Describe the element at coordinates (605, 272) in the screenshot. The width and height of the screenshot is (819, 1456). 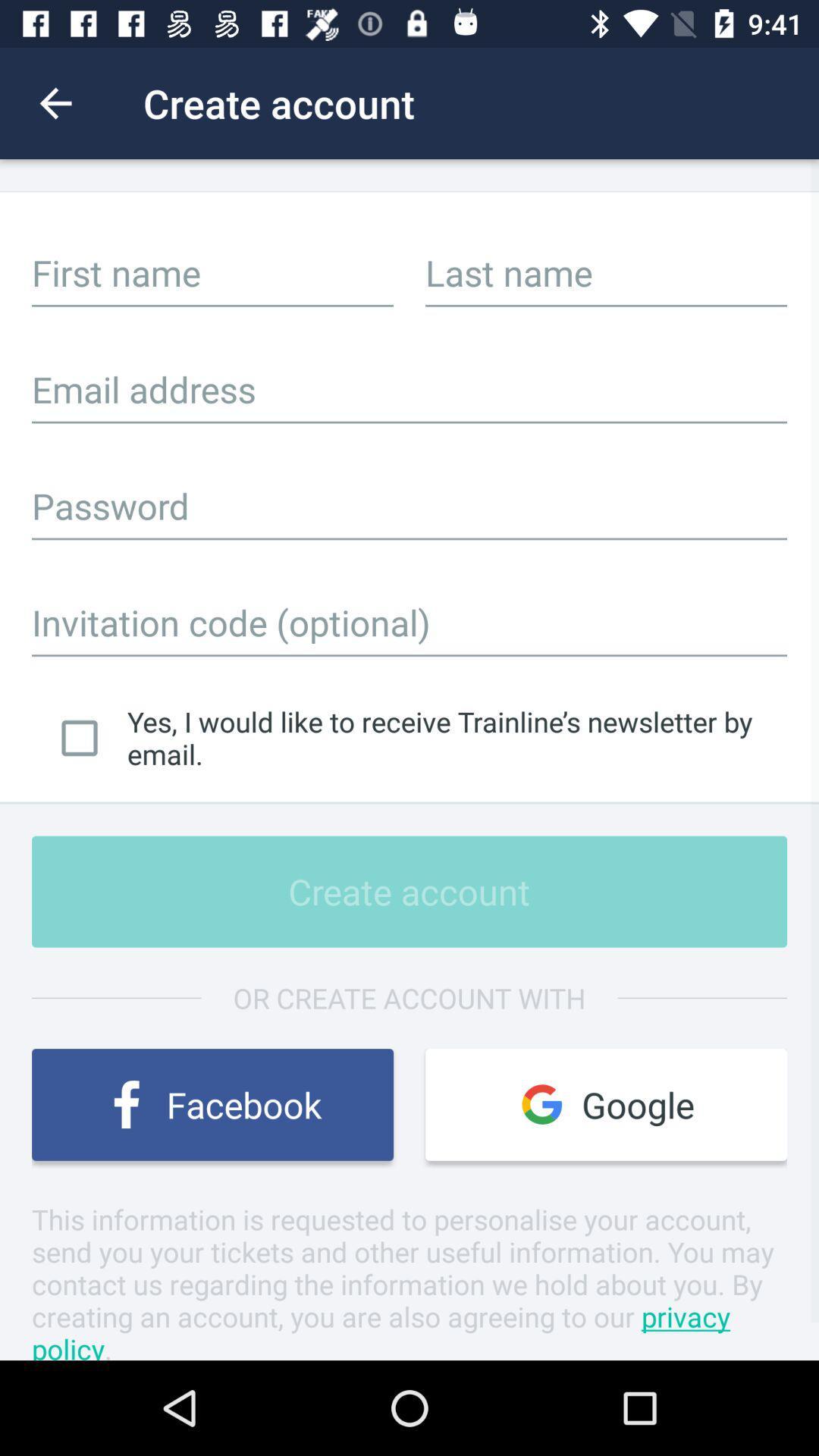
I see `last name` at that location.